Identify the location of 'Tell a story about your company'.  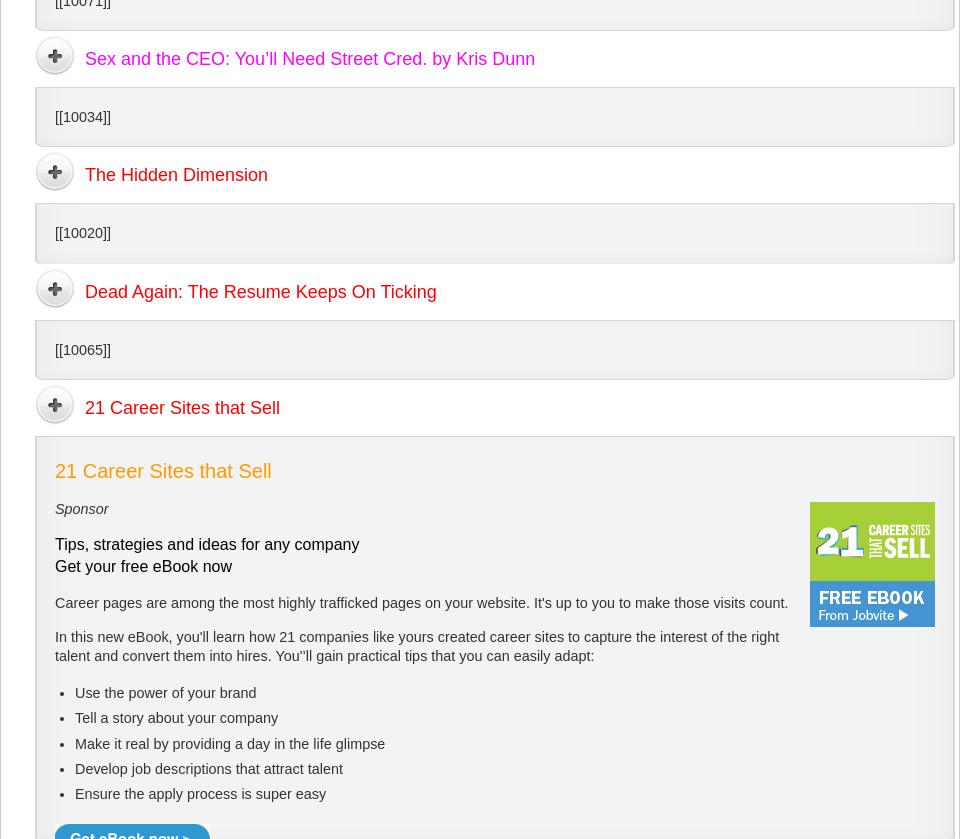
(175, 717).